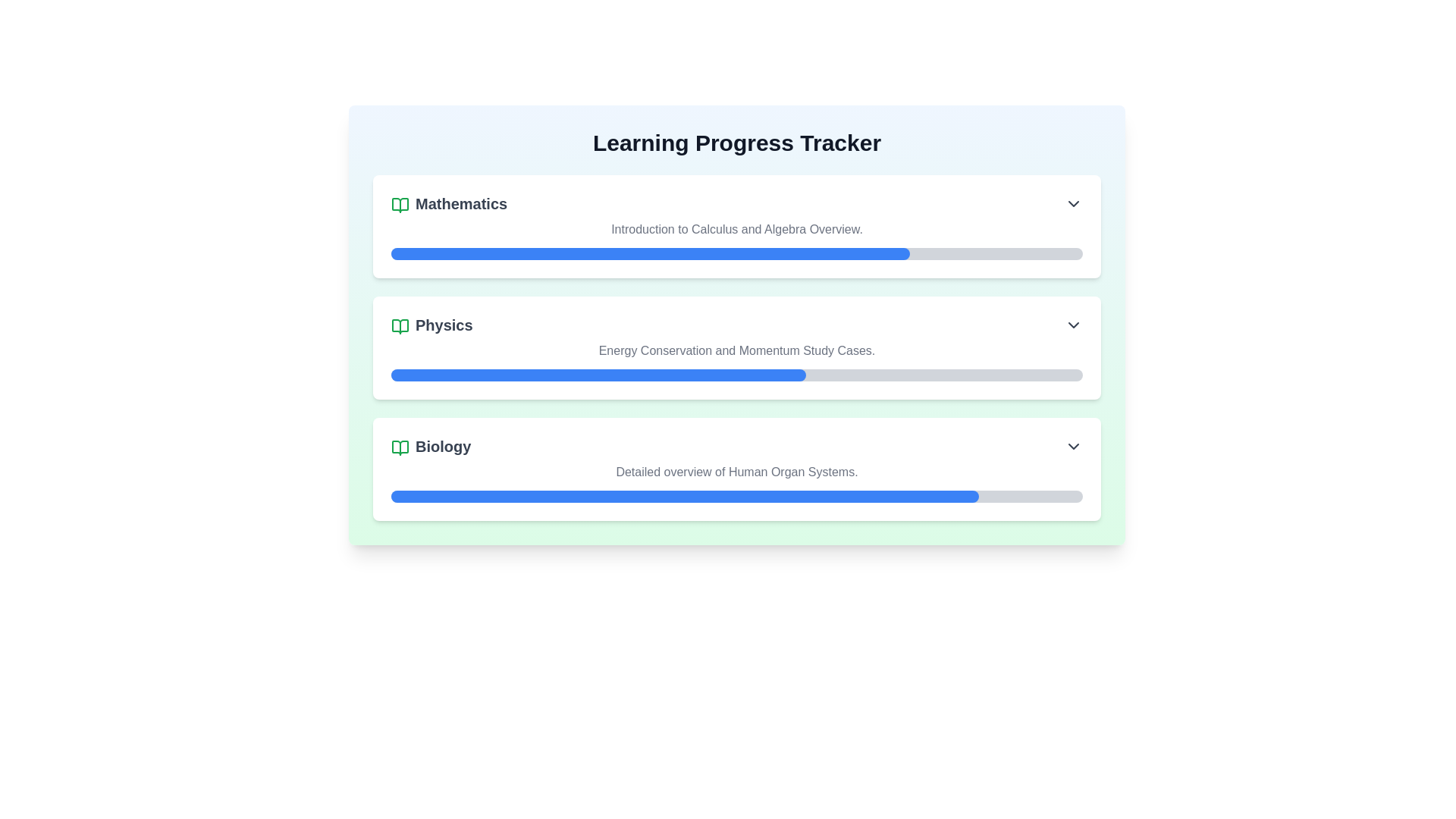 The width and height of the screenshot is (1456, 819). I want to click on contents of the text element that serves as a subheading or description for the 'Physics' section, located below the 'Physics' heading and above a progress bar, so click(736, 350).